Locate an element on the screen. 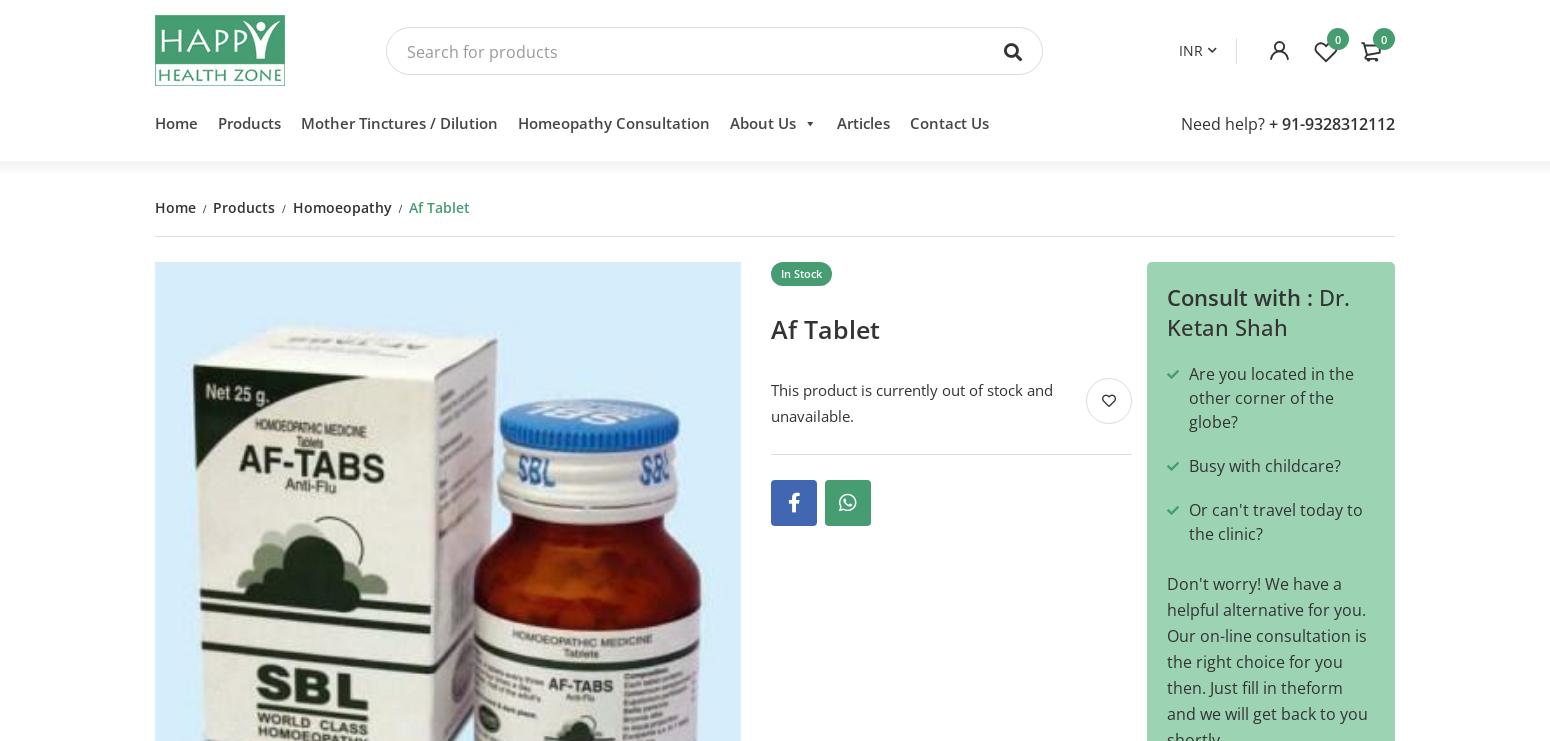  'Homeopathy consultation' is located at coordinates (613, 130).